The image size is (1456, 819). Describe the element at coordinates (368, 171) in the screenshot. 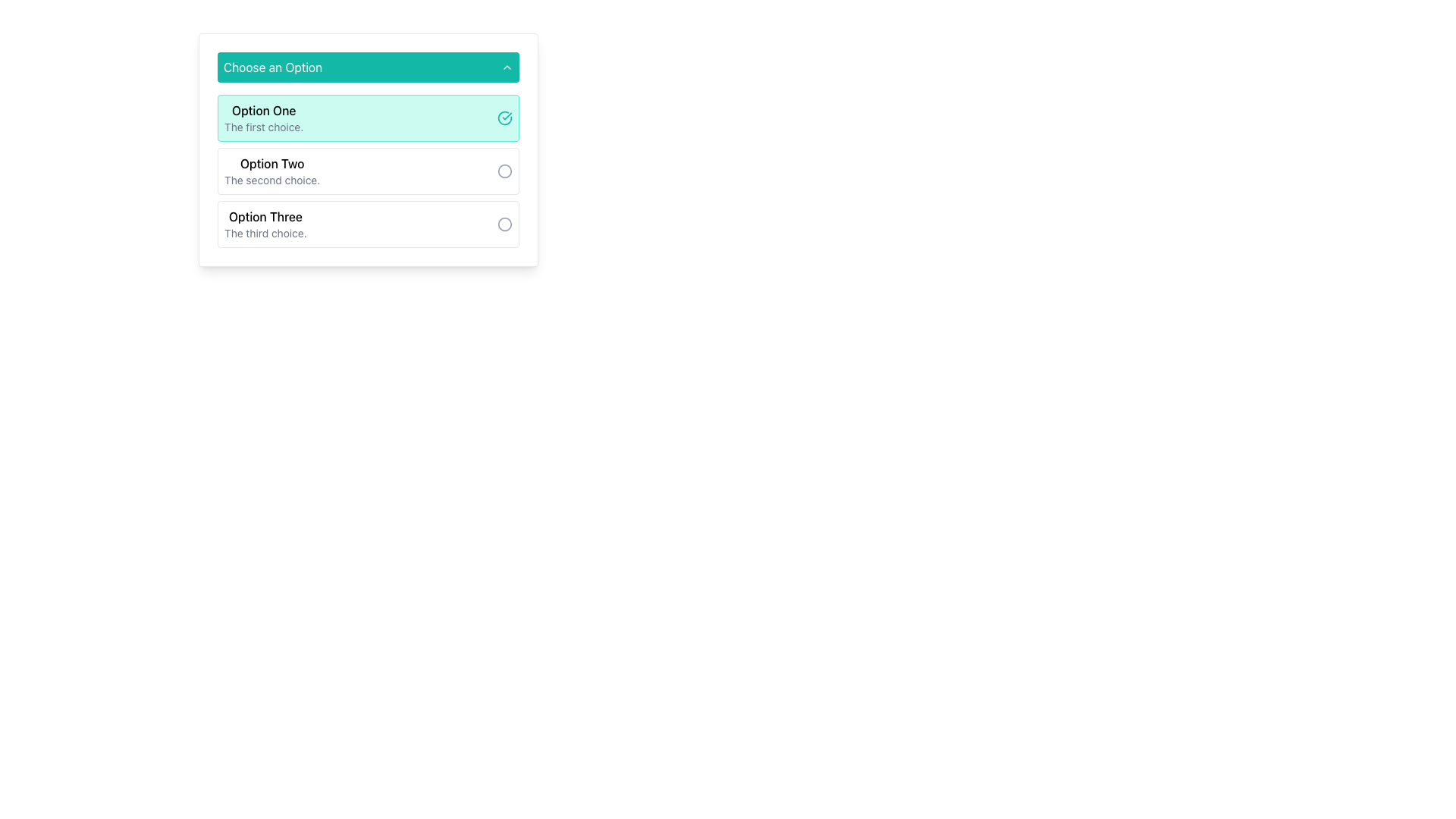

I see `to select the selectable item labeled 'Option Two', which is the second choice in a list of options` at that location.